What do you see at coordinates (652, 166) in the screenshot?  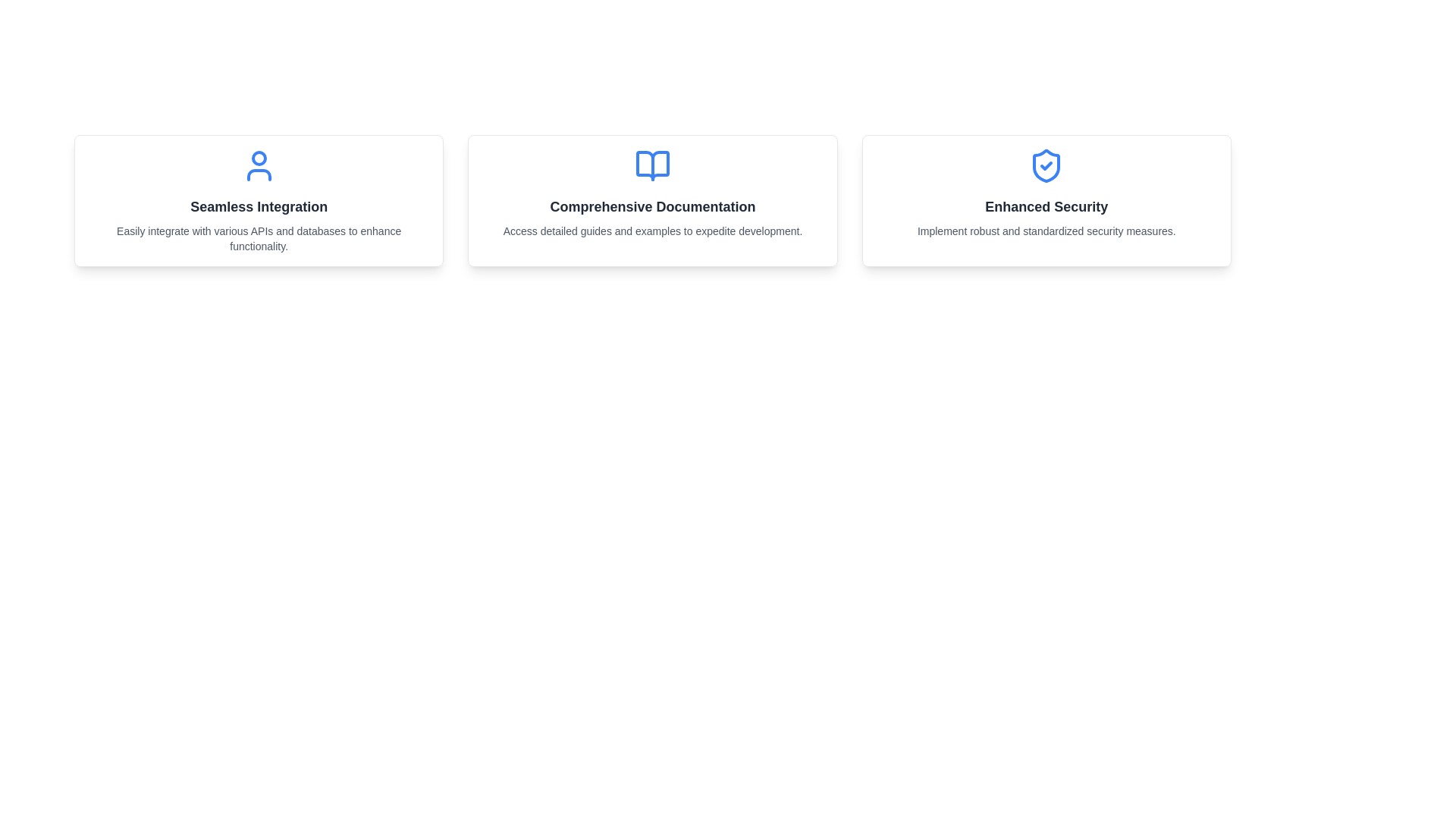 I see `the documentation icon located at the top section of the central card, above the title 'Comprehensive Documentation'` at bounding box center [652, 166].